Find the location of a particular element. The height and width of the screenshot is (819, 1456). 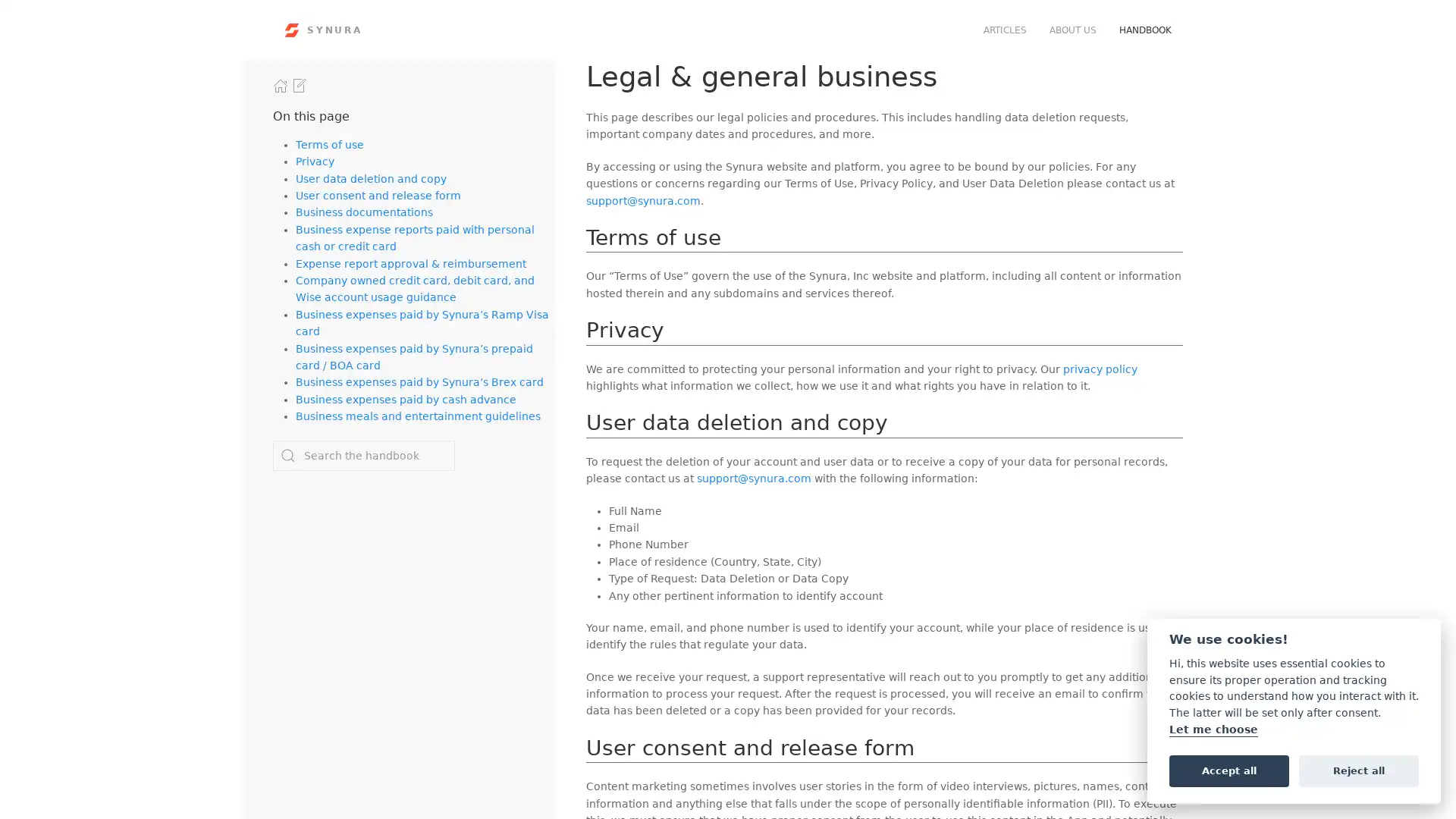

Accept all is located at coordinates (1228, 770).